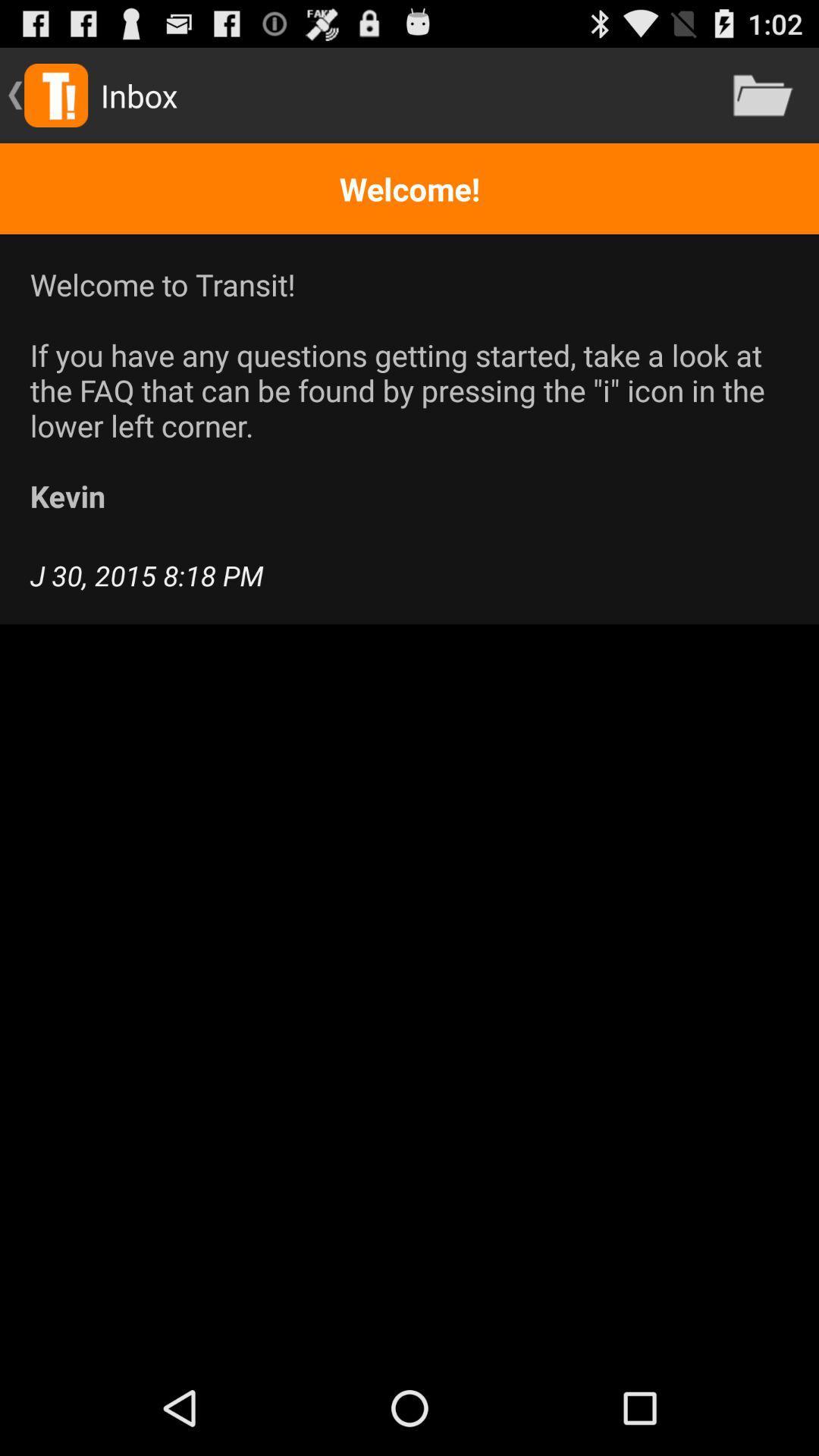 The image size is (819, 1456). What do you see at coordinates (763, 94) in the screenshot?
I see `the icon next to inbox item` at bounding box center [763, 94].